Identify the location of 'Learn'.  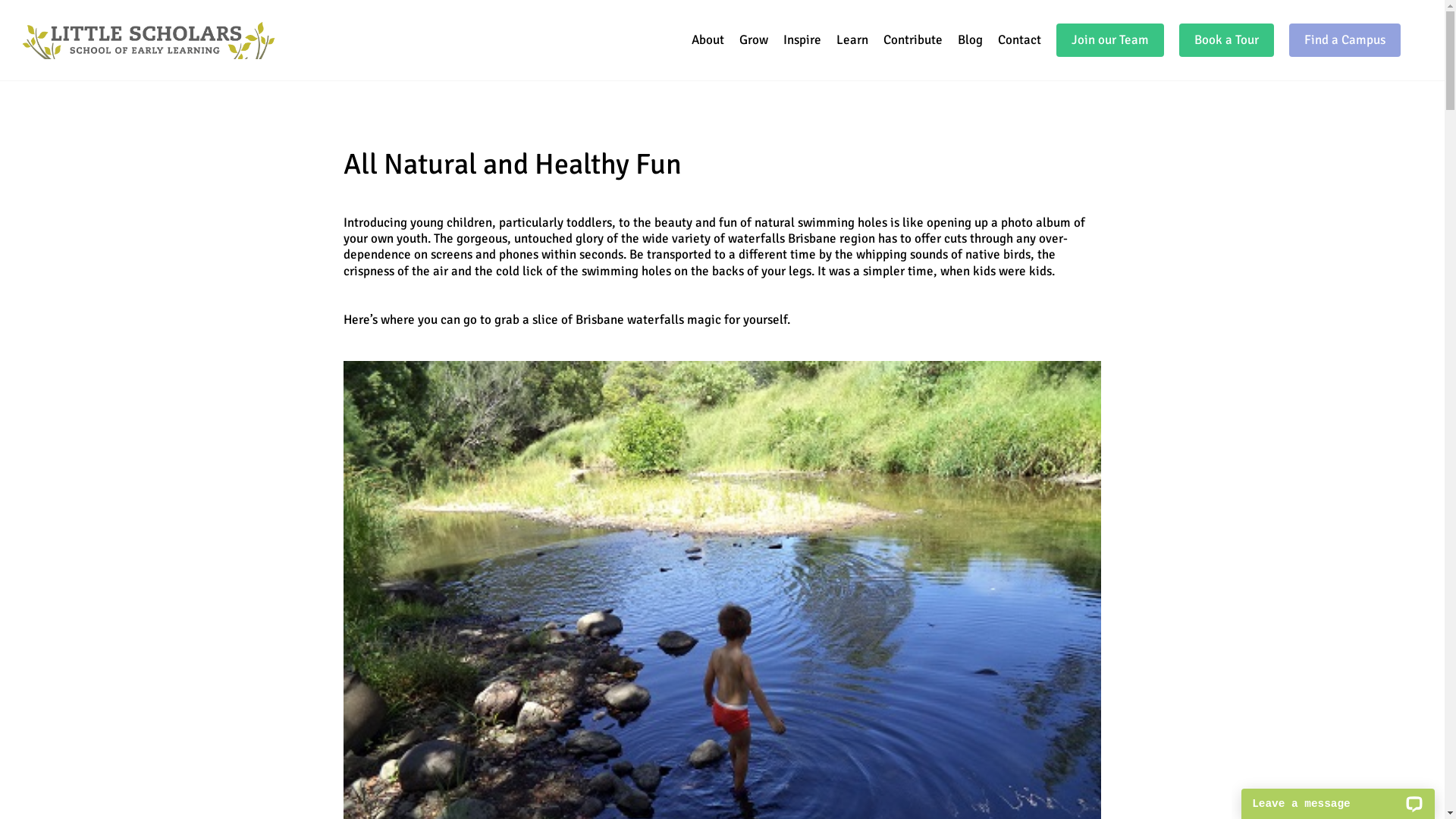
(852, 39).